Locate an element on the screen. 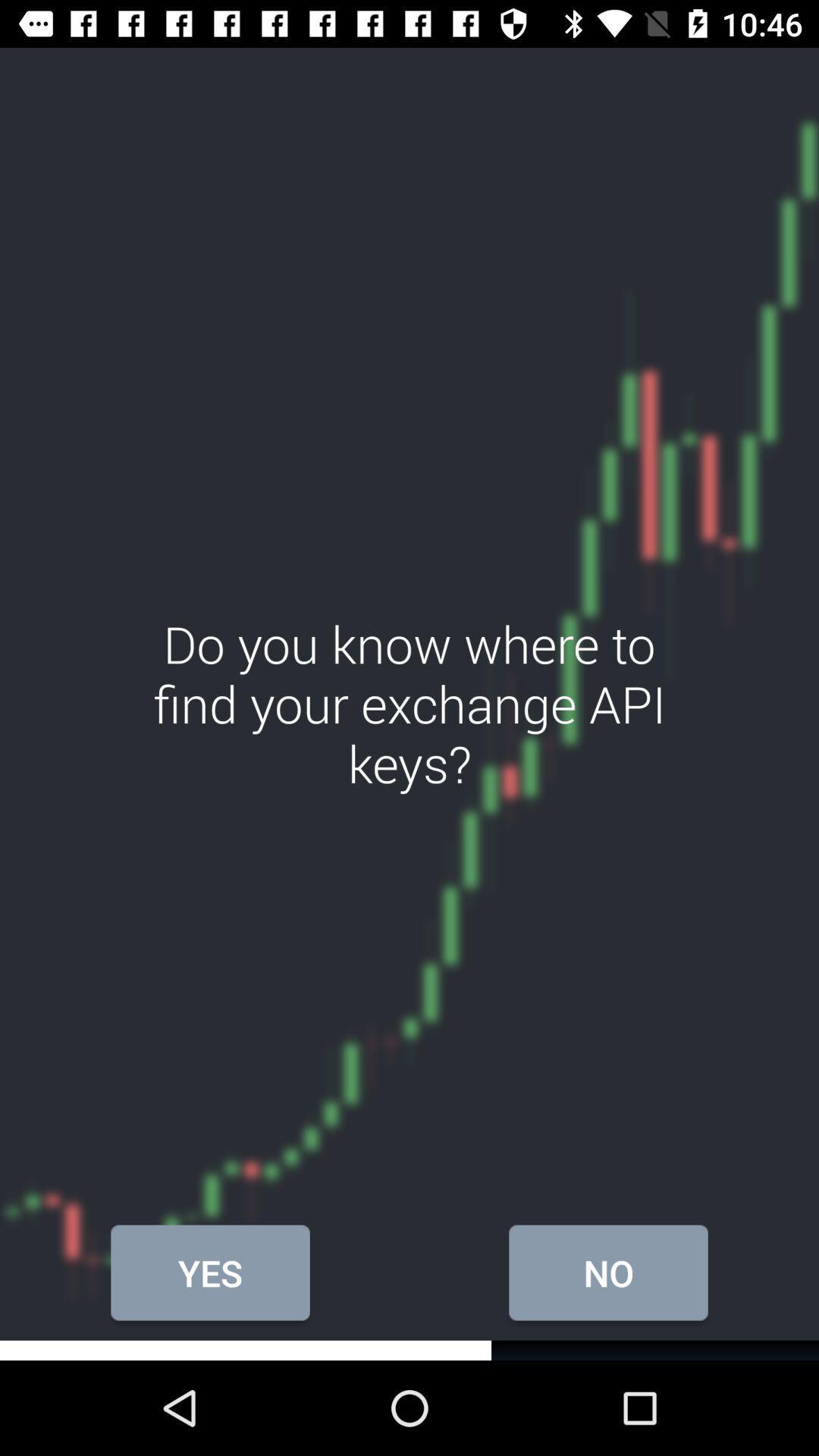 This screenshot has width=819, height=1456. yes is located at coordinates (210, 1272).